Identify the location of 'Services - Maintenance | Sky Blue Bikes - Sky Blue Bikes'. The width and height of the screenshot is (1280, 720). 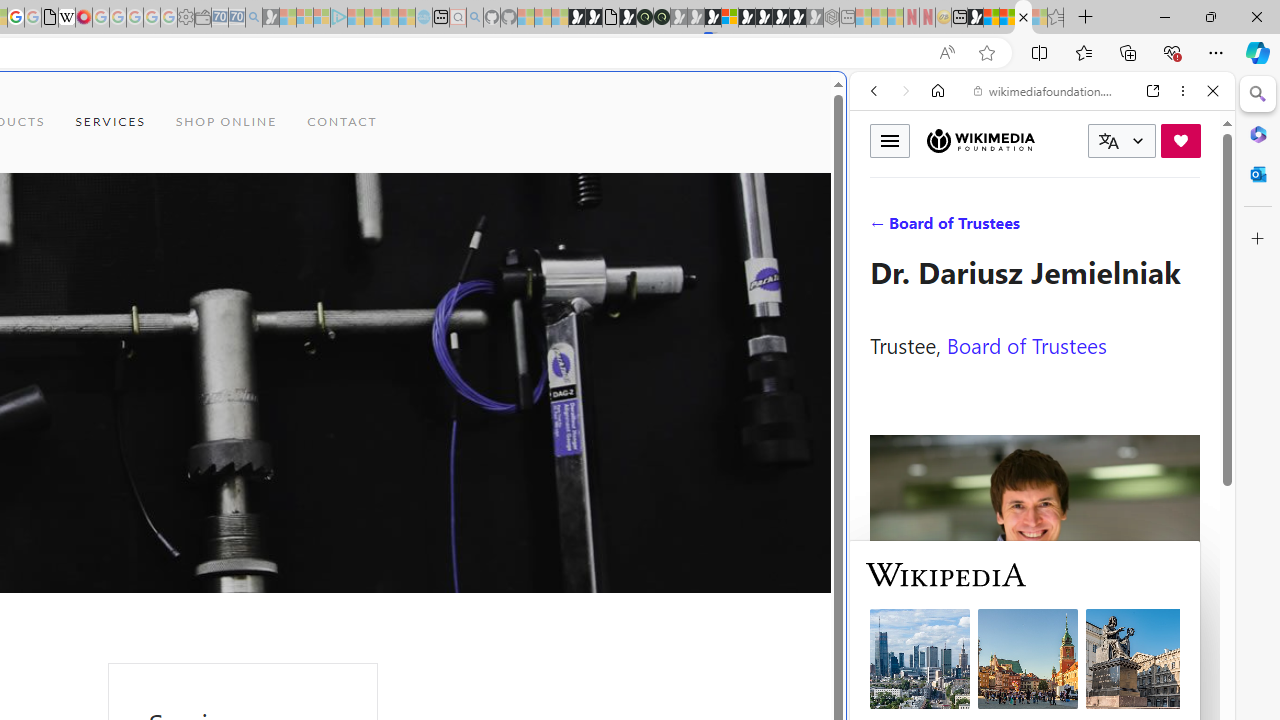
(1023, 17).